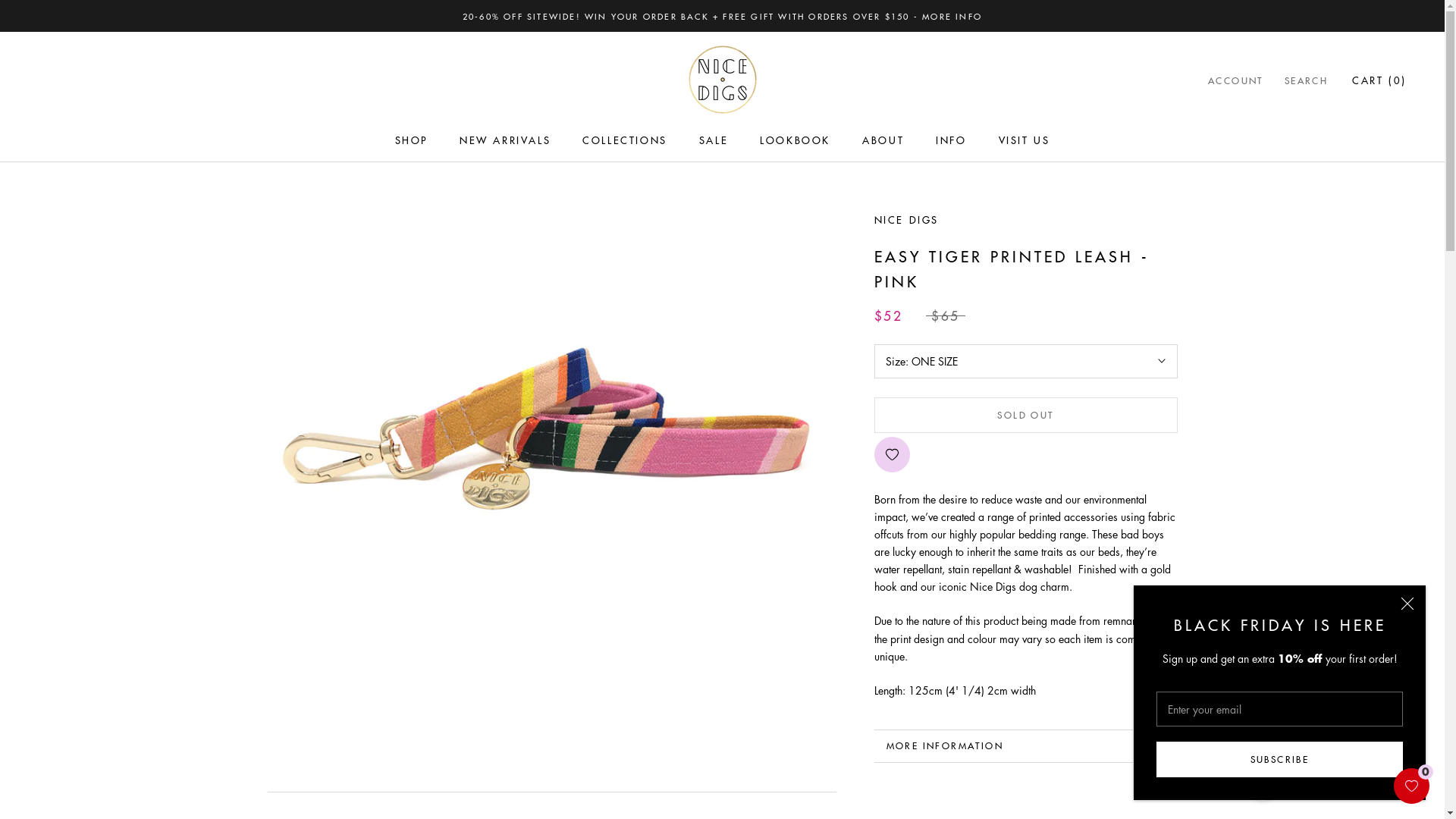 This screenshot has height=819, width=1456. Describe the element at coordinates (1025, 361) in the screenshot. I see `'Size: ONE SIZE'` at that location.